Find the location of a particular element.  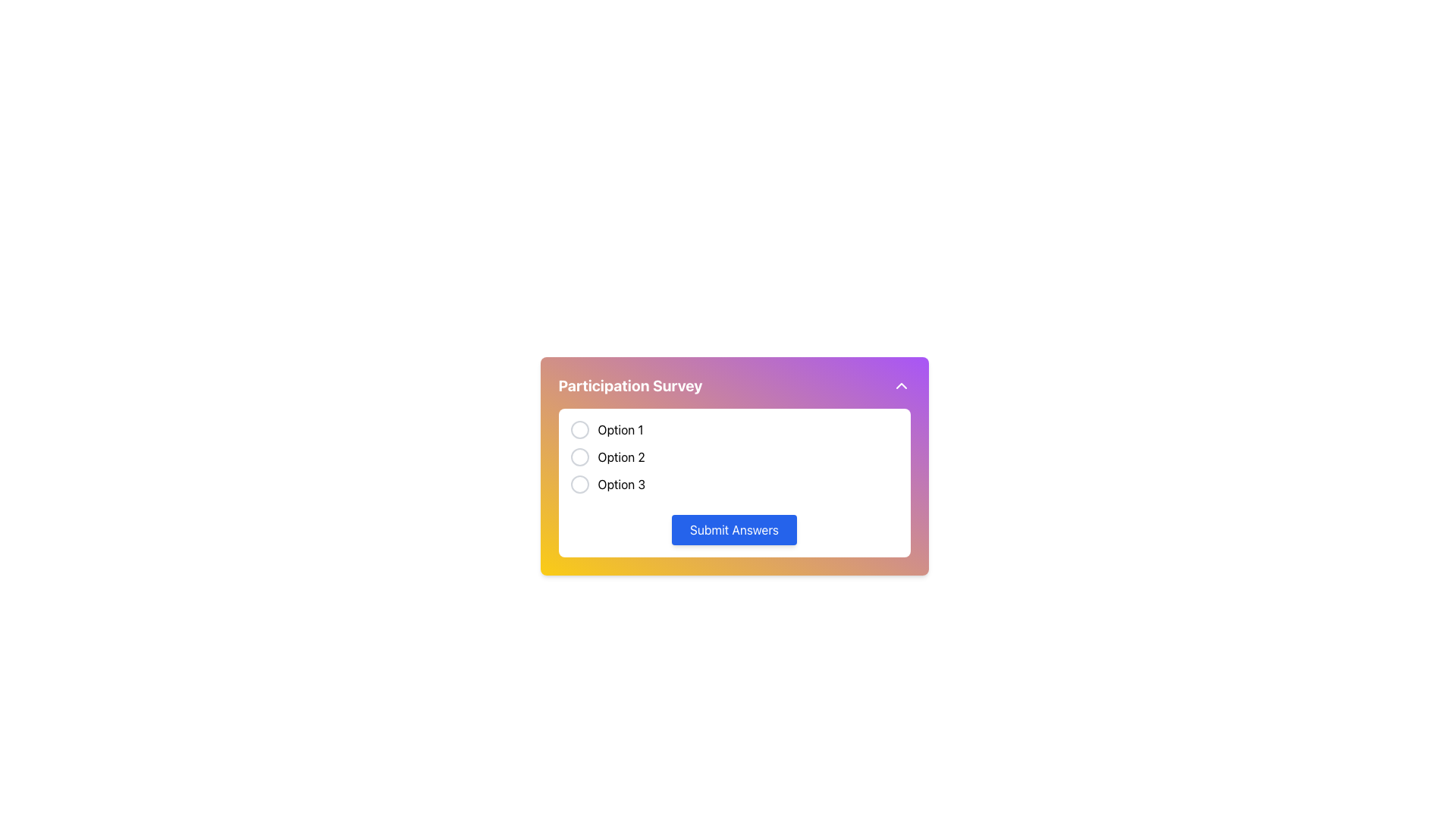

the first radio button option in the 'Participation Survey' section is located at coordinates (734, 430).